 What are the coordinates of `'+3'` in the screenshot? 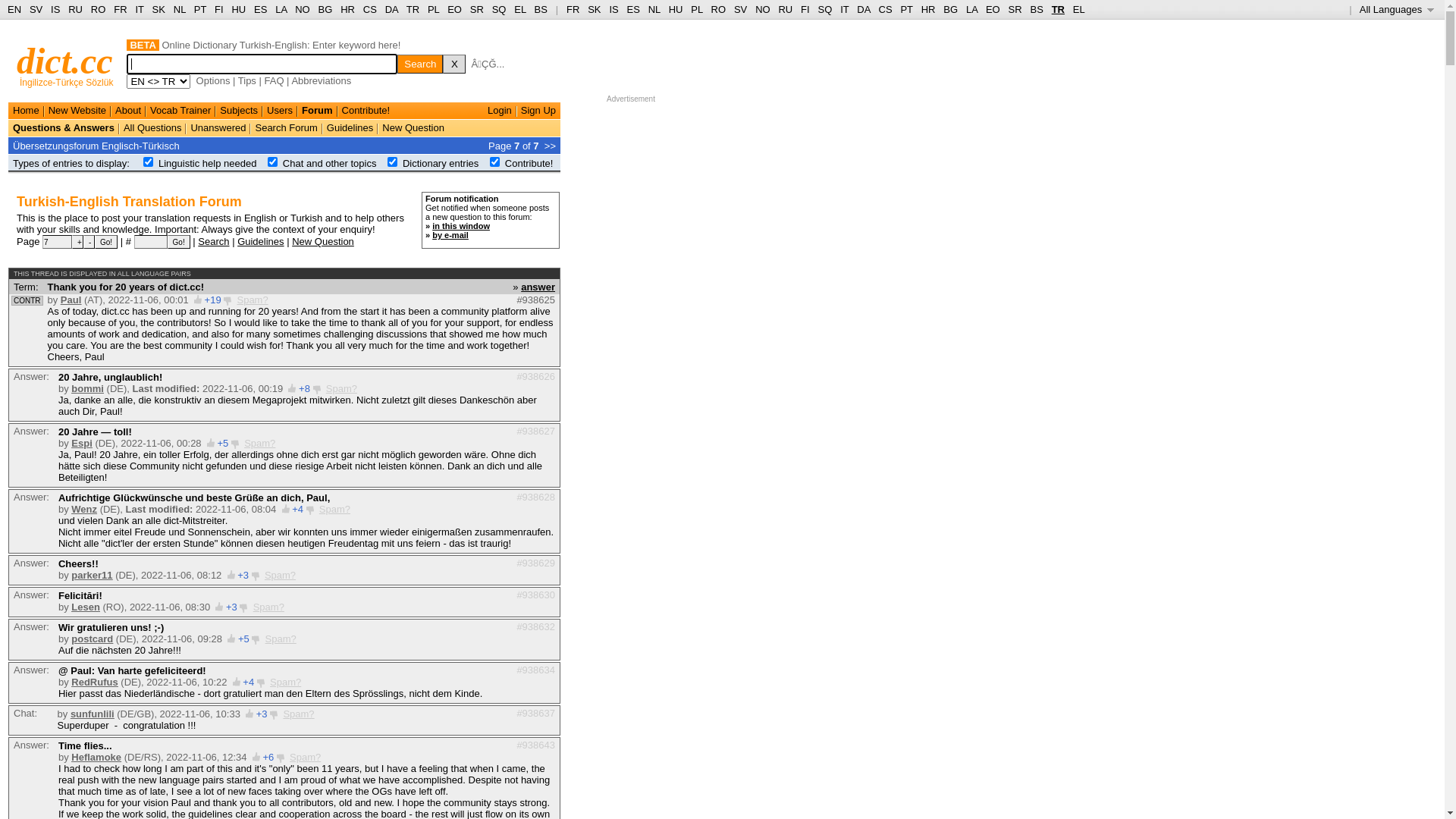 It's located at (256, 714).